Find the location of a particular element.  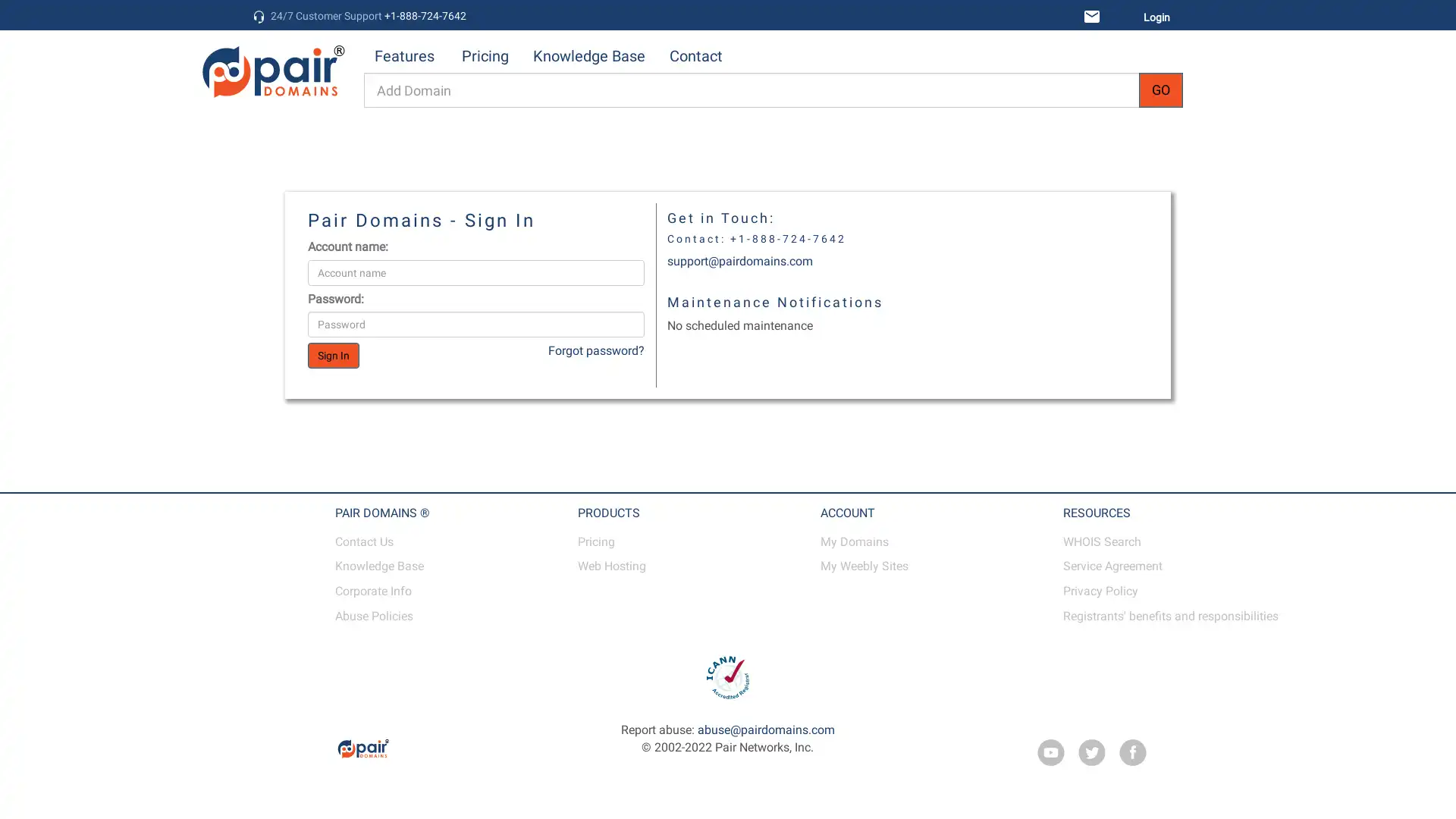

Sign In is located at coordinates (333, 356).